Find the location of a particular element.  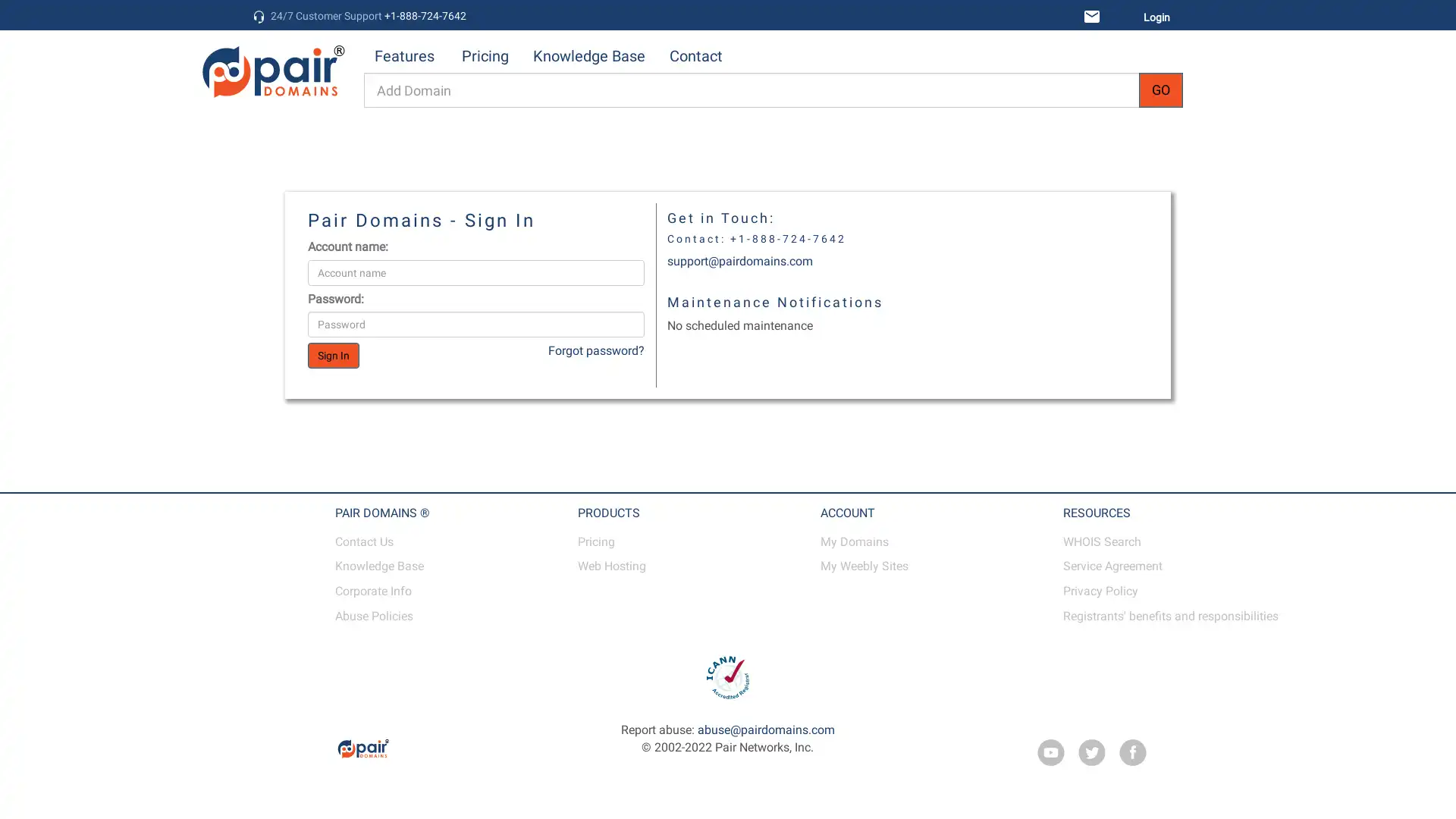

Sign In is located at coordinates (333, 356).